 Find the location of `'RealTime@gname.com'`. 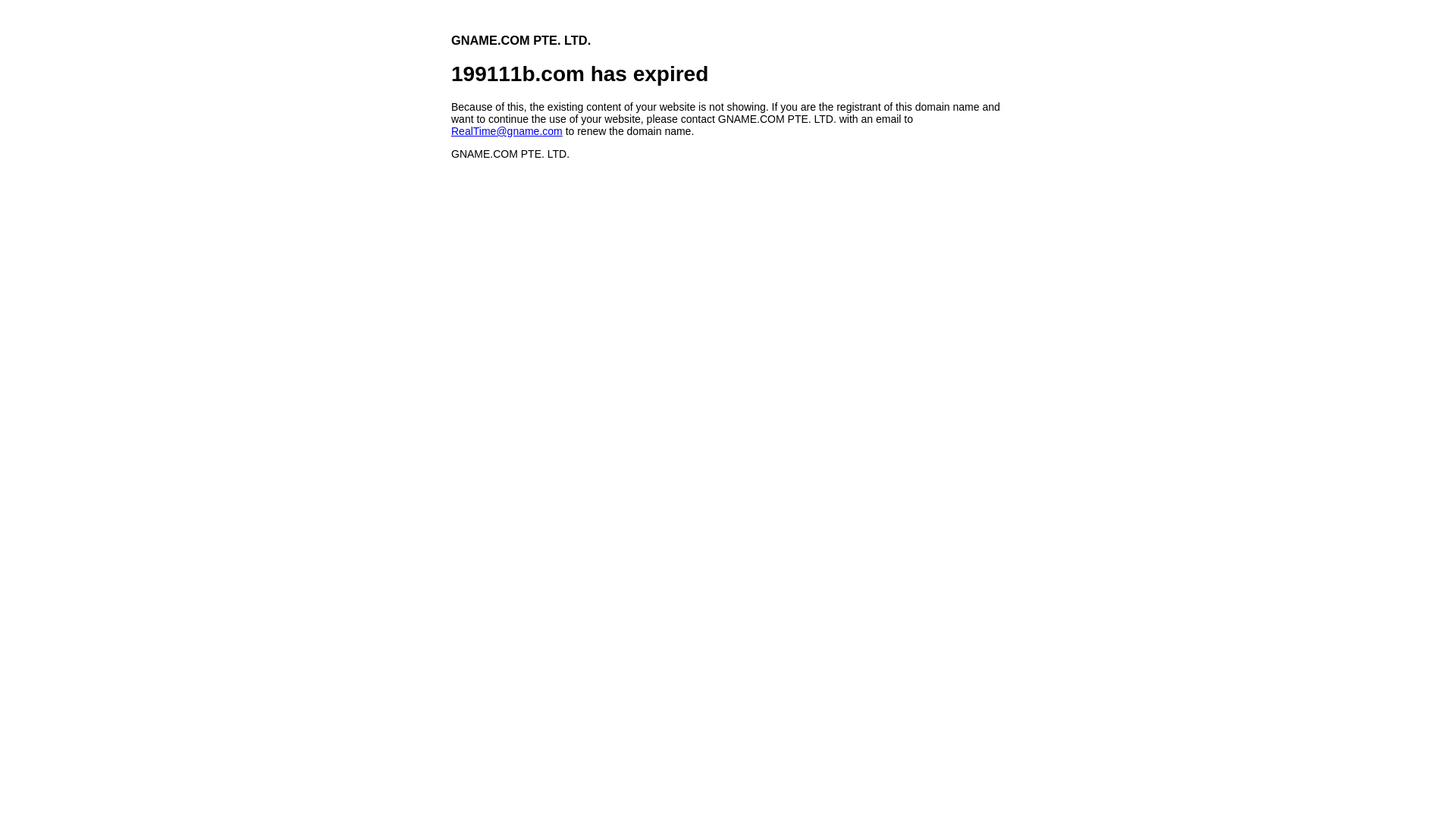

'RealTime@gname.com' is located at coordinates (450, 130).